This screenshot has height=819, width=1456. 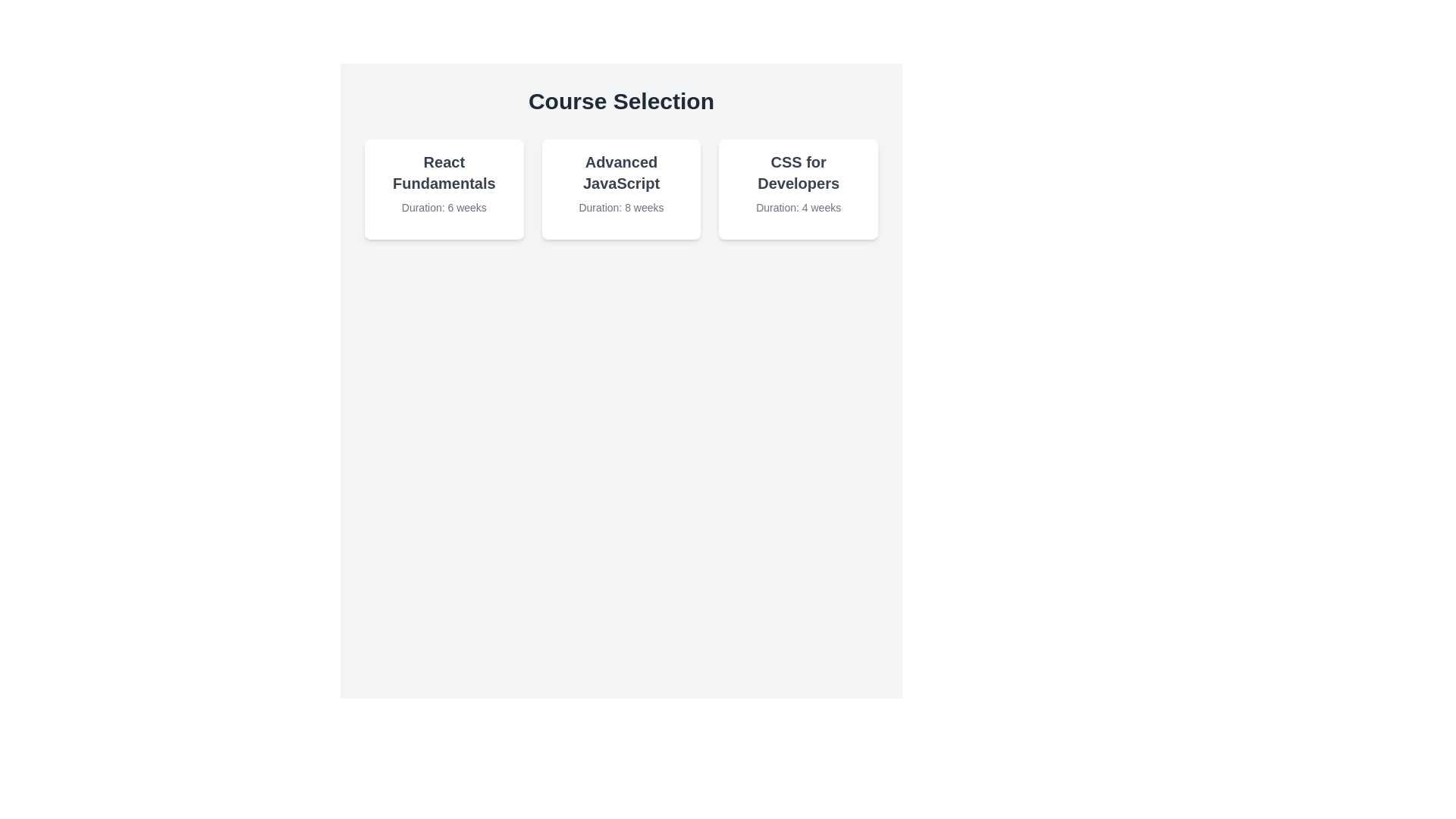 I want to click on the text label displaying 'React Fundamentals', which is styled with a bold gray font and positioned at the top of the white card in the grid layout, so click(x=443, y=171).